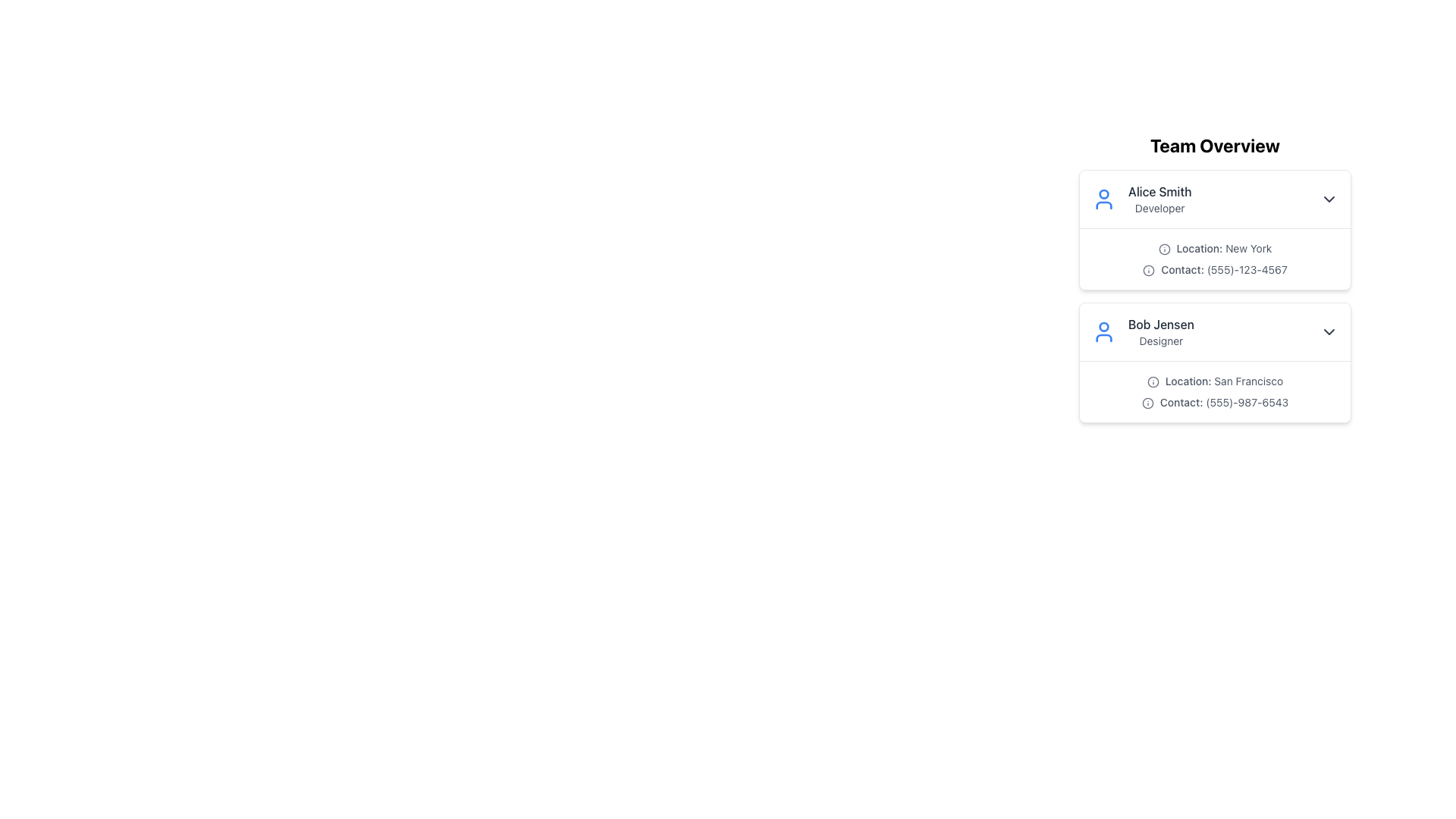 This screenshot has width=1456, height=819. Describe the element at coordinates (1159, 198) in the screenshot. I see `the two-line text label displaying 'Alice Smith' and 'Developer'` at that location.